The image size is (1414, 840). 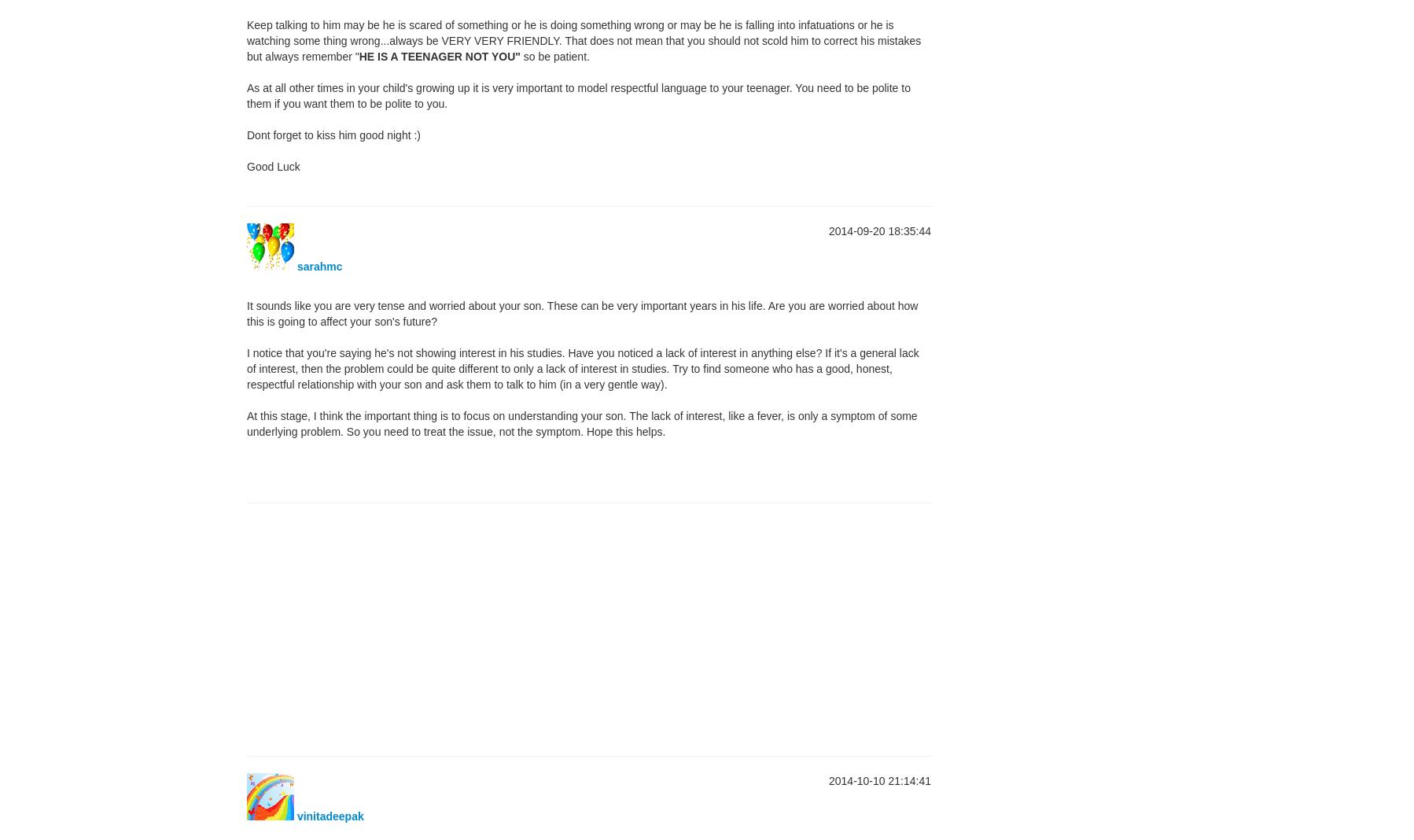 What do you see at coordinates (245, 166) in the screenshot?
I see `'Good Luck'` at bounding box center [245, 166].